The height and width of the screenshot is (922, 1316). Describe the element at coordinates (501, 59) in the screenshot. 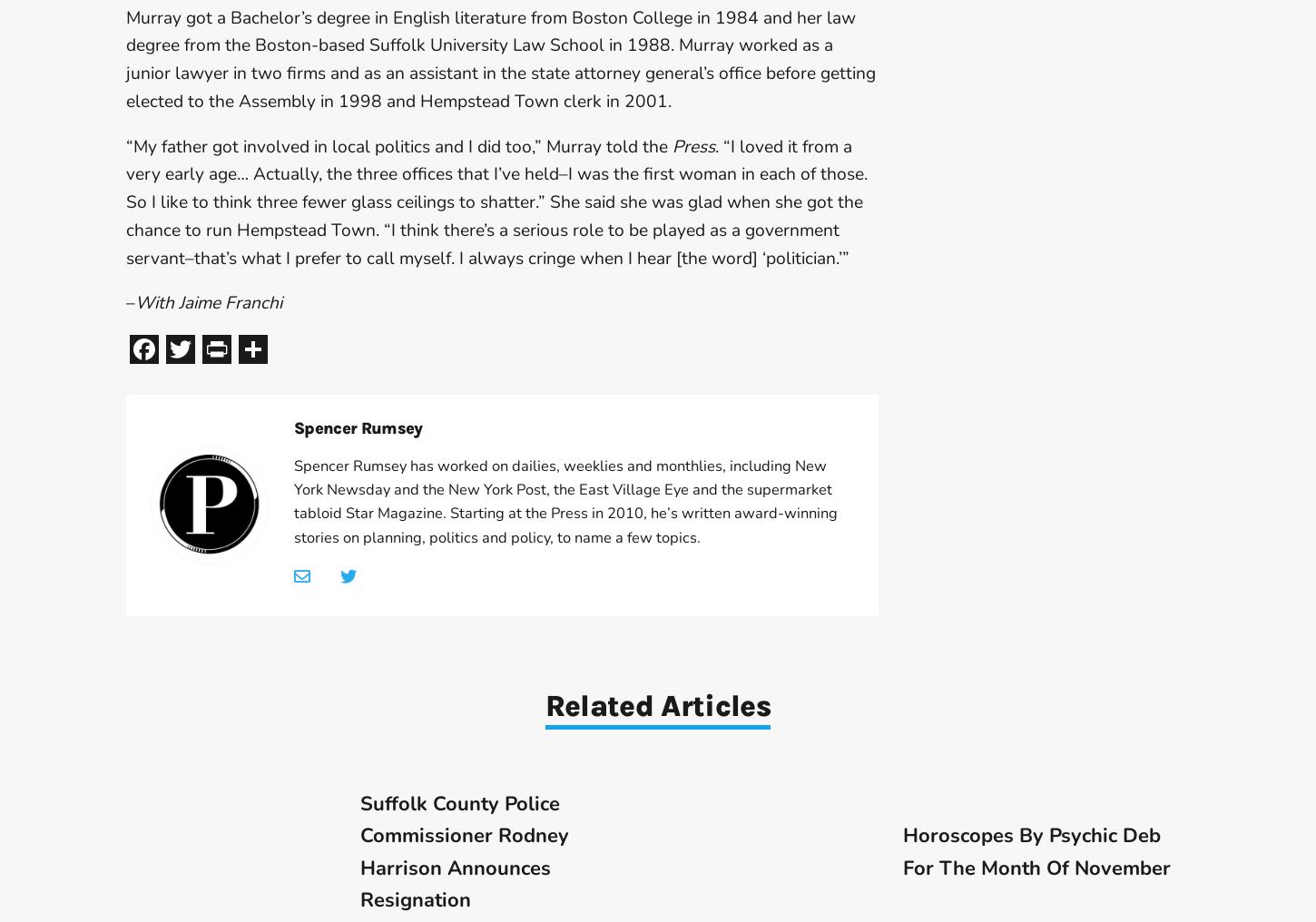

I see `'Murray got a Bachelor’s degree in English literature from Boston College in 1984 and her law degree from the Boston-based Suffolk University Law School in 1988. Murray worked as a junior lawyer in two firms and as an assistant in the state attorney general’s office before getting elected to the Assembly in 1998 and Hempstead Town clerk in 2001.'` at that location.